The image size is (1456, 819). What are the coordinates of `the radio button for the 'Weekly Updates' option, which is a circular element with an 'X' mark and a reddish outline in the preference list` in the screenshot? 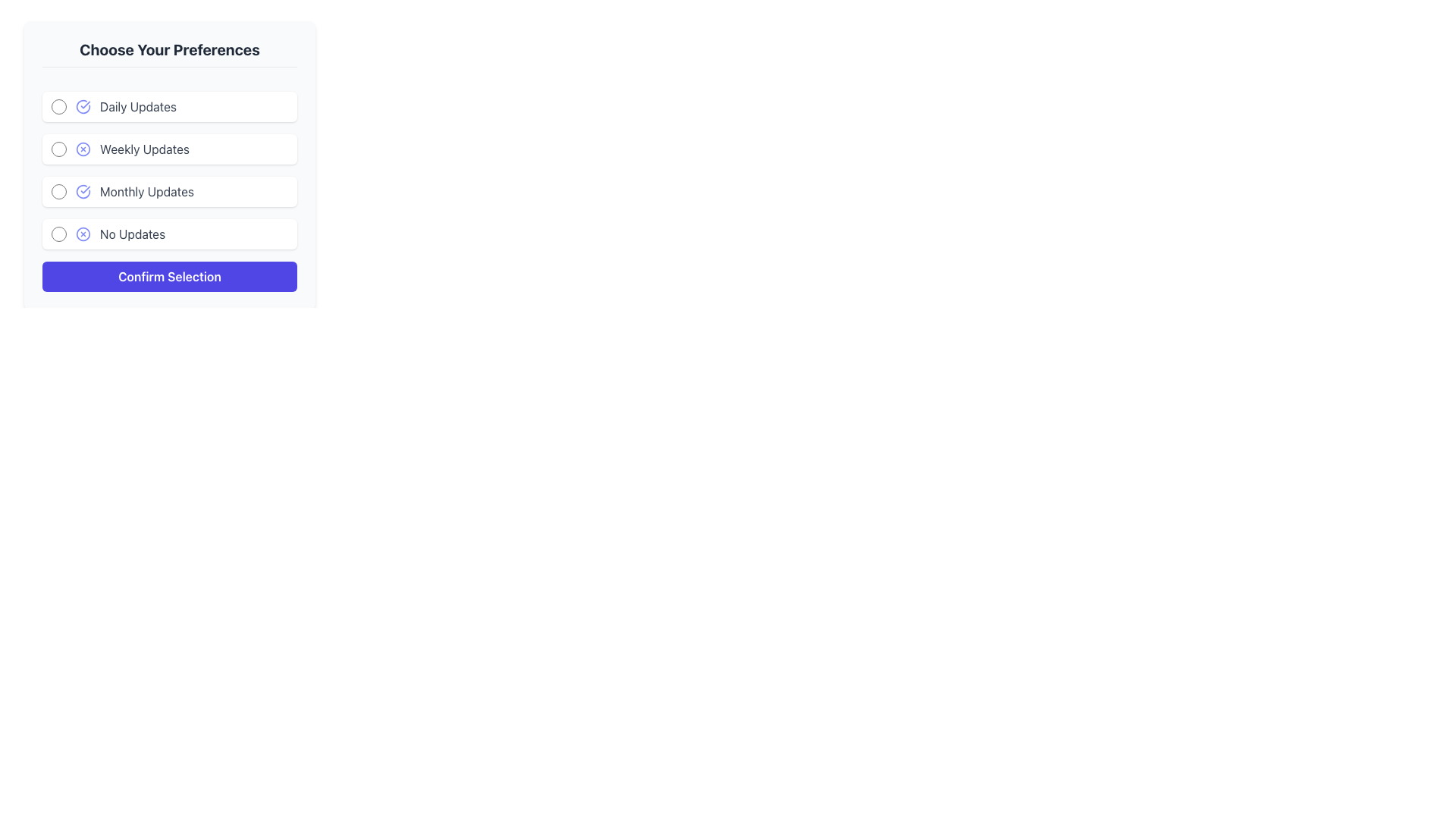 It's located at (83, 149).